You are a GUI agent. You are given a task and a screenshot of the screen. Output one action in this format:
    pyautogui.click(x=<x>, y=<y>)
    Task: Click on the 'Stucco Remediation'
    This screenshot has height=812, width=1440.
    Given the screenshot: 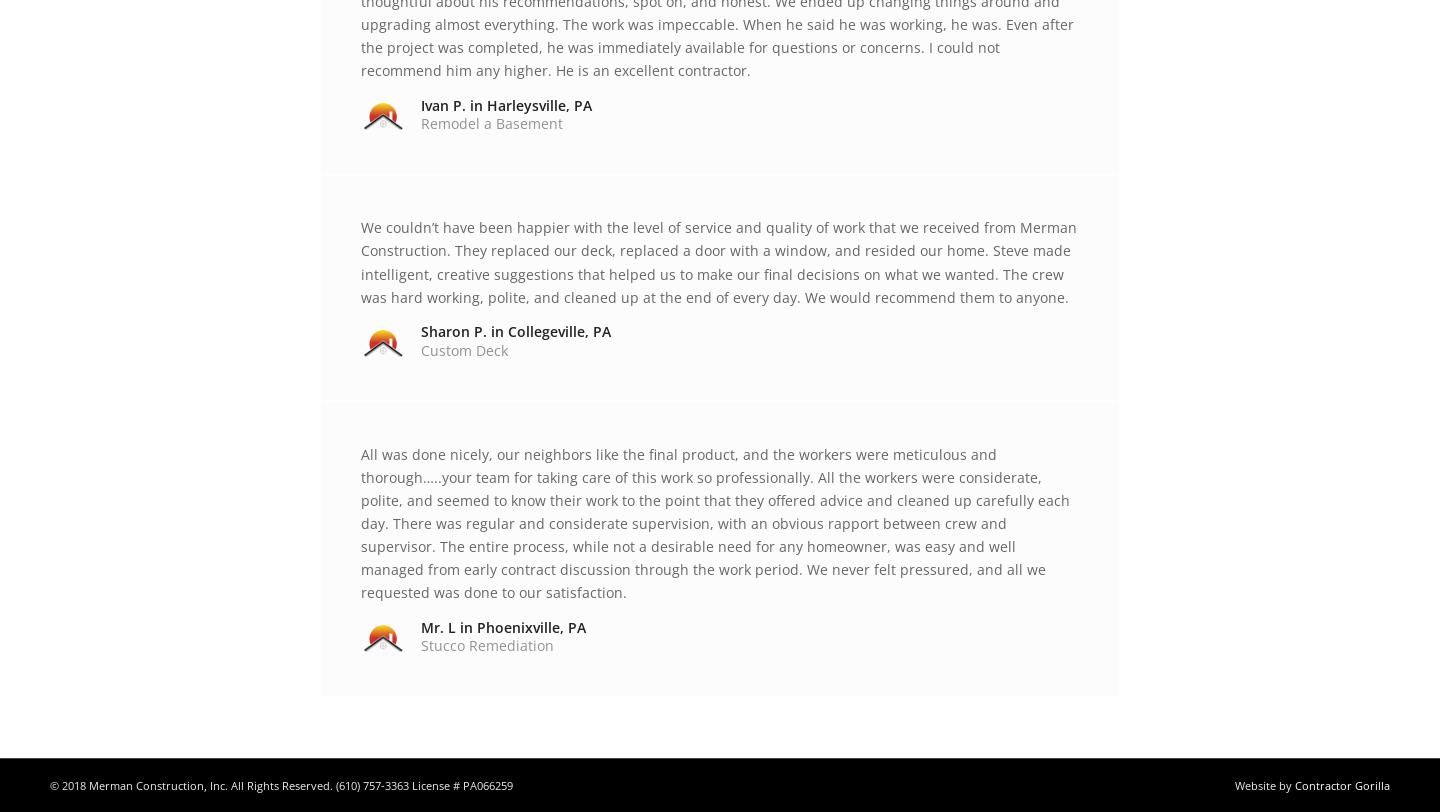 What is the action you would take?
    pyautogui.click(x=486, y=645)
    